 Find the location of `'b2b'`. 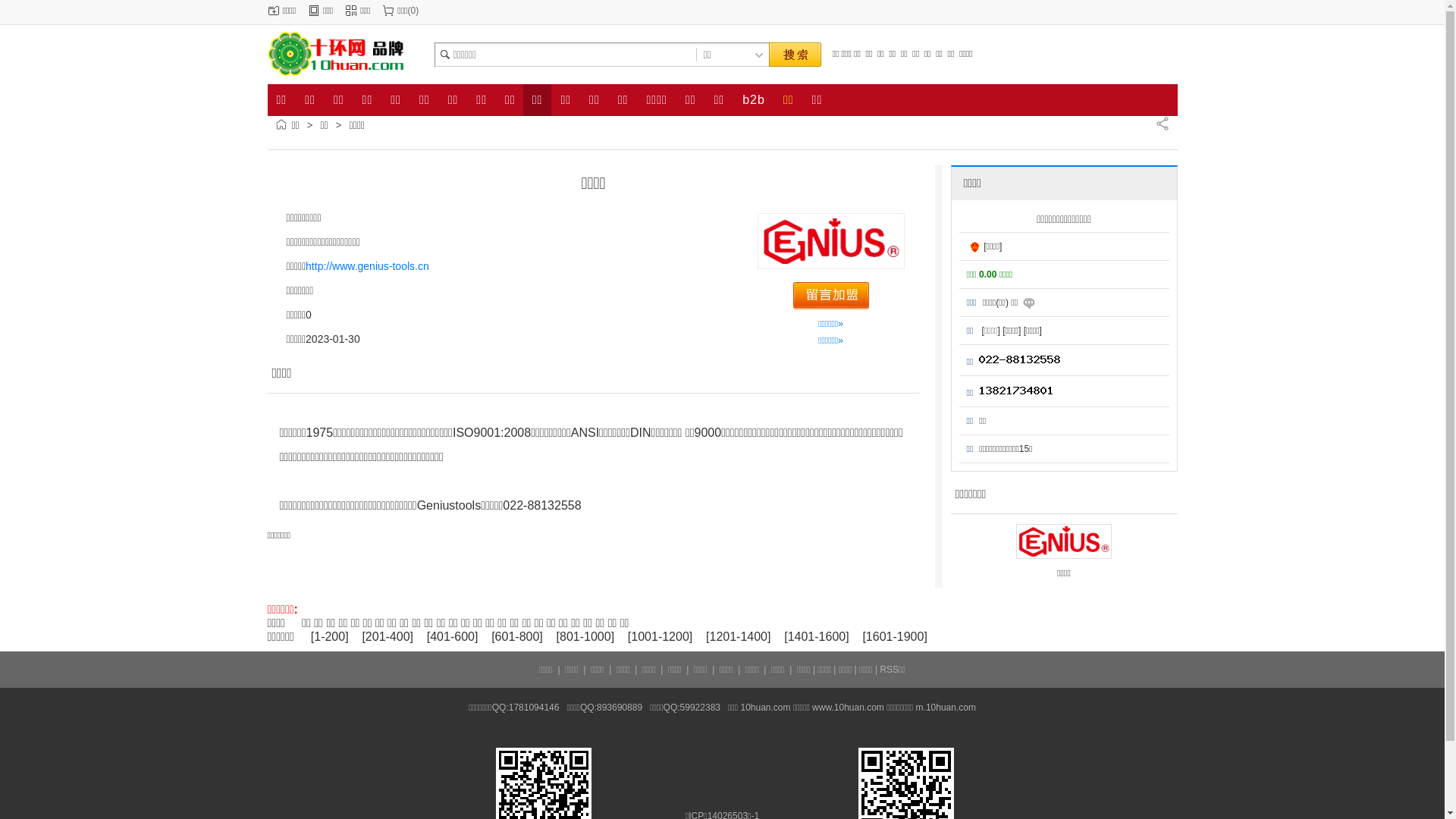

'b2b' is located at coordinates (733, 99).